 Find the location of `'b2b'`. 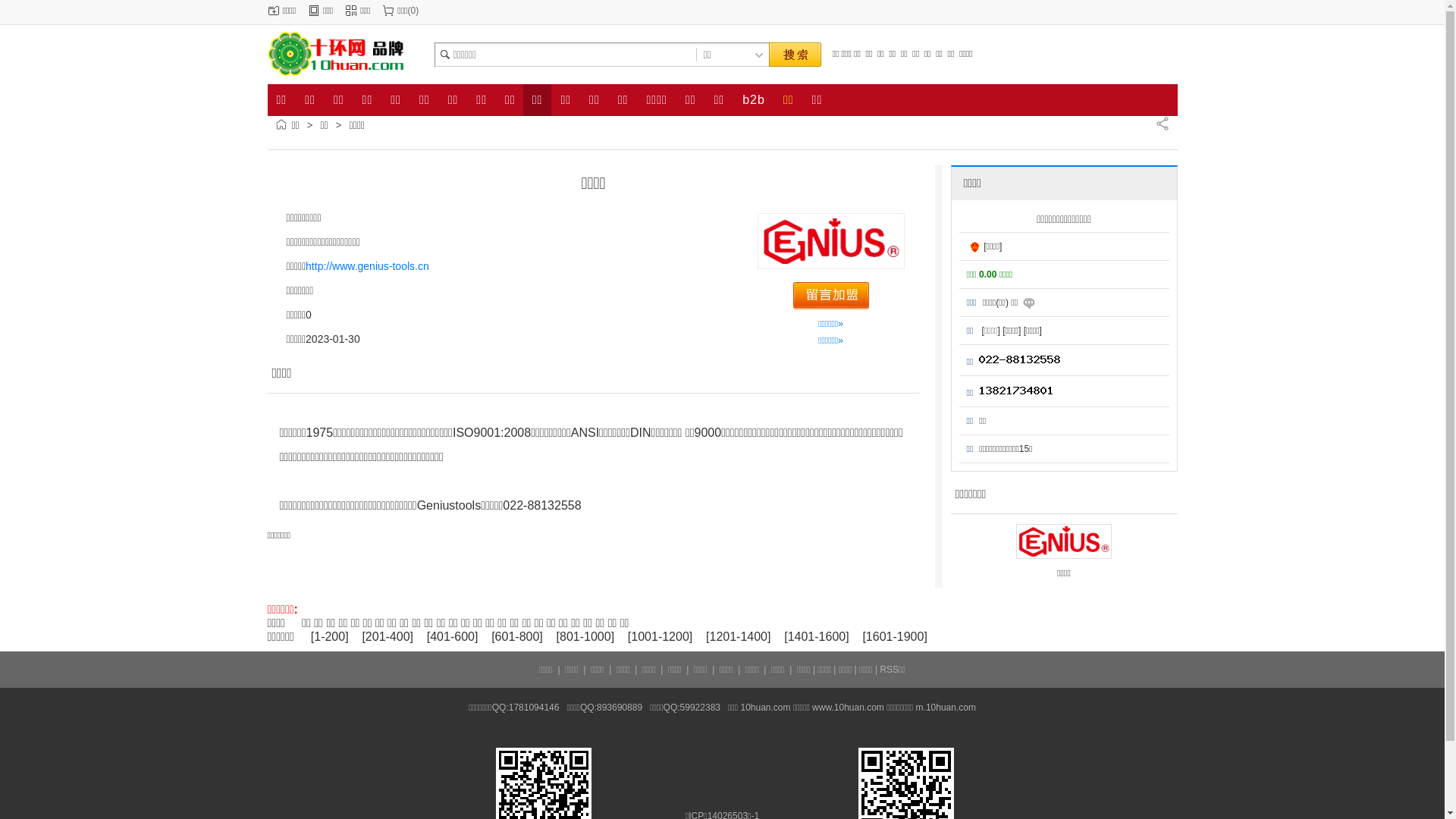

'b2b' is located at coordinates (733, 99).